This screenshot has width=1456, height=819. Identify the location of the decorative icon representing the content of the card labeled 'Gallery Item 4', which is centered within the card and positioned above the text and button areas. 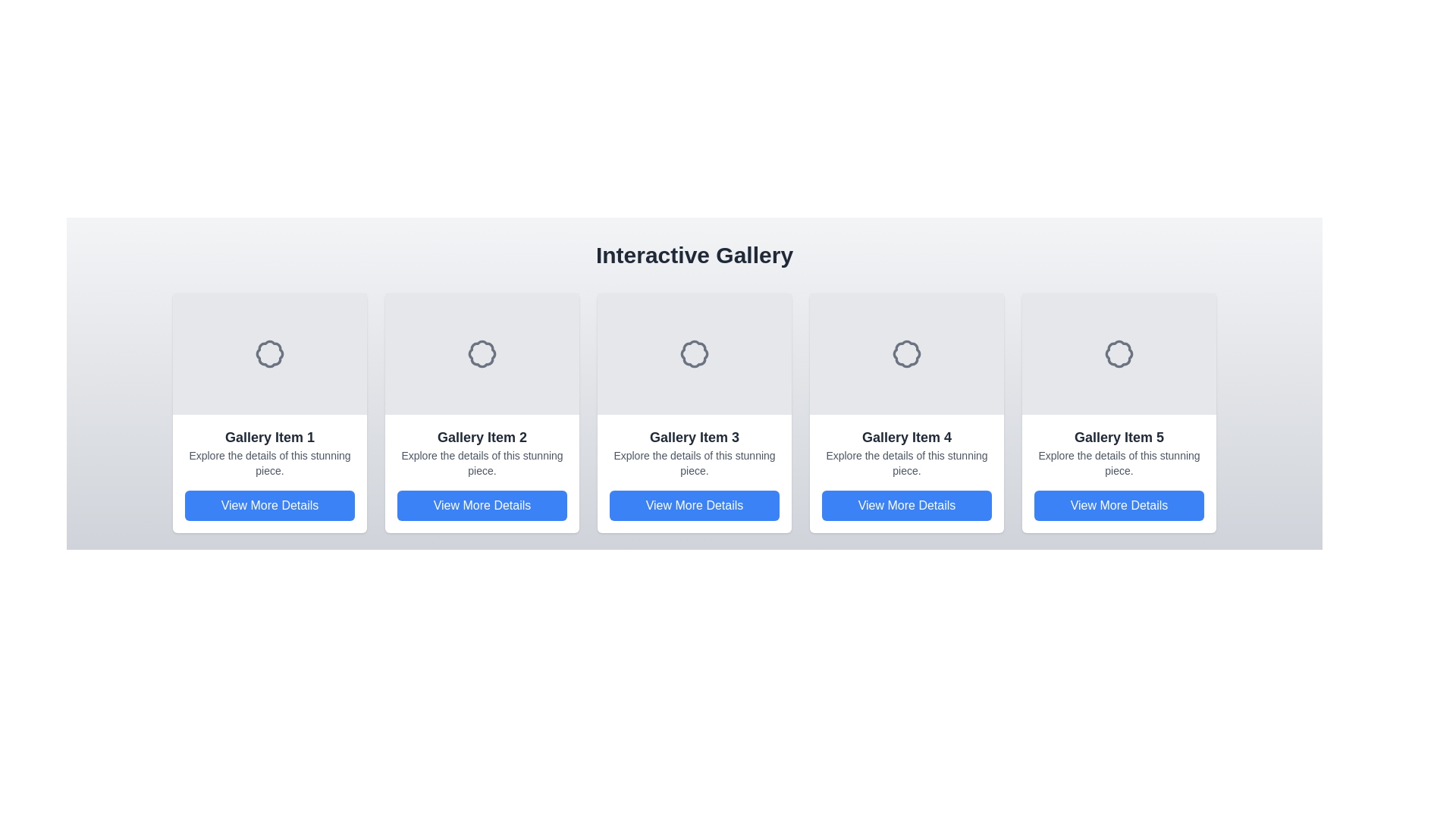
(906, 353).